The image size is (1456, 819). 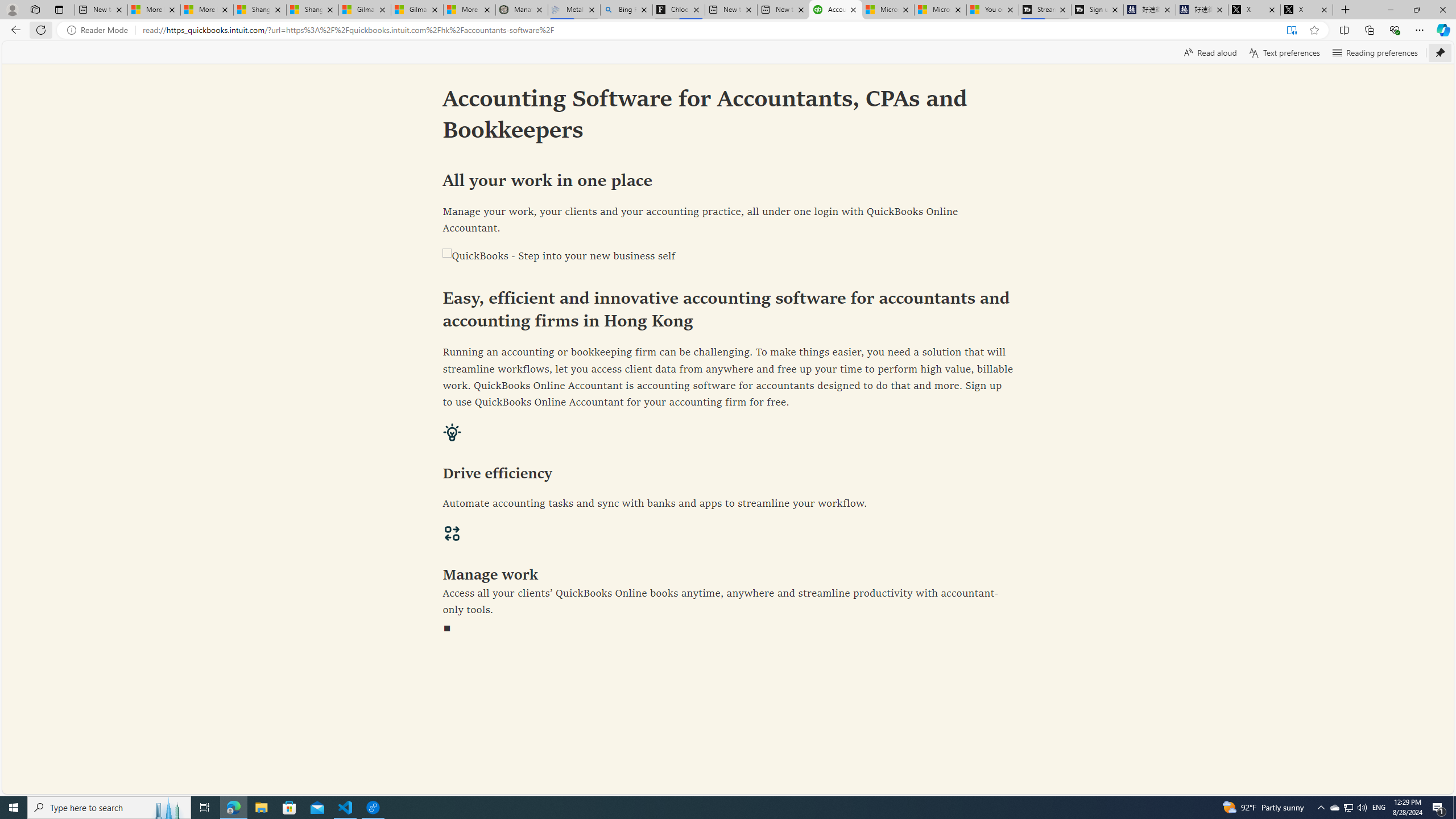 I want to click on 'Text preferences', so click(x=1284, y=52).